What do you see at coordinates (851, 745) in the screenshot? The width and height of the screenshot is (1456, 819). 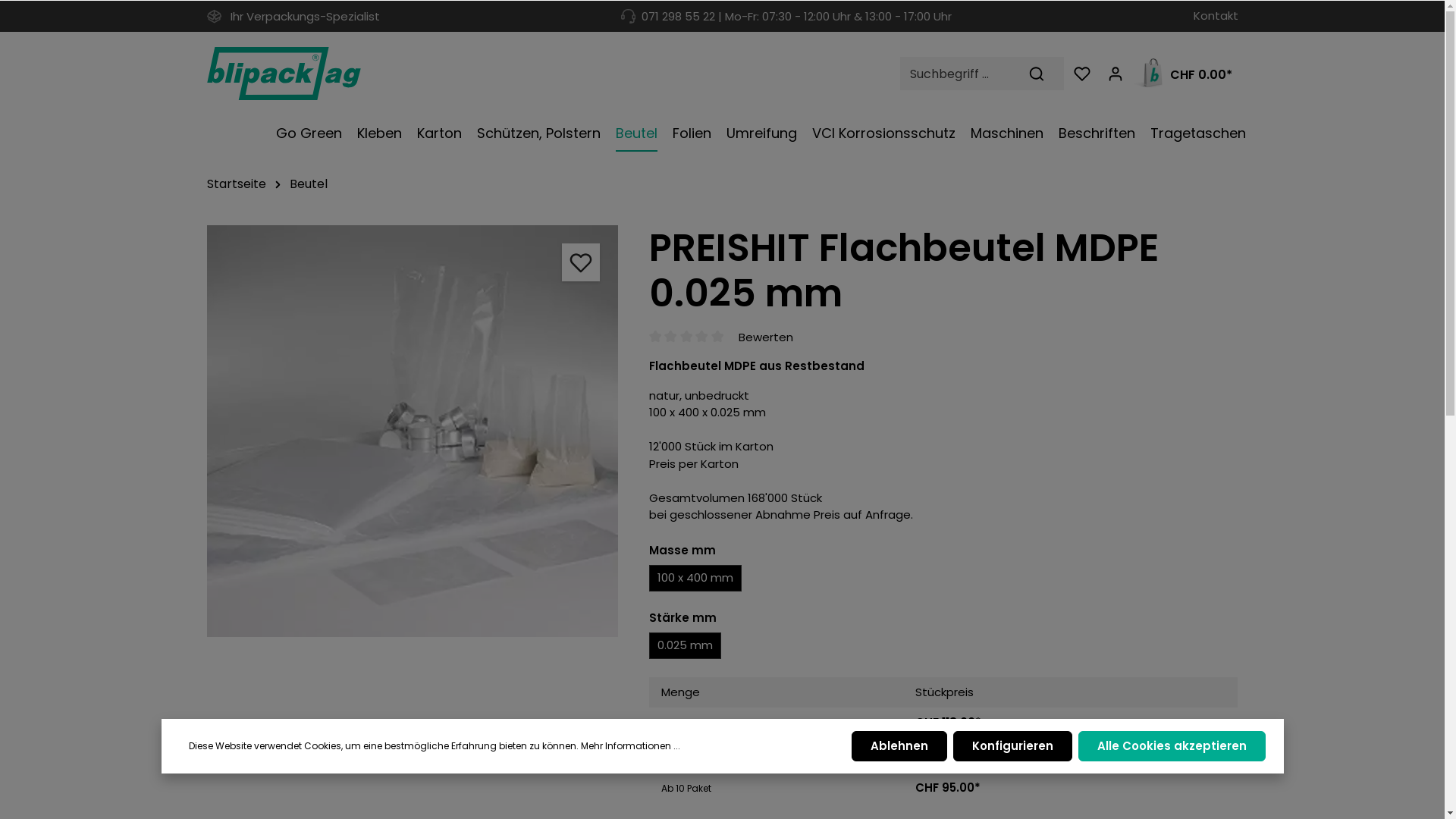 I see `'Ablehnen'` at bounding box center [851, 745].